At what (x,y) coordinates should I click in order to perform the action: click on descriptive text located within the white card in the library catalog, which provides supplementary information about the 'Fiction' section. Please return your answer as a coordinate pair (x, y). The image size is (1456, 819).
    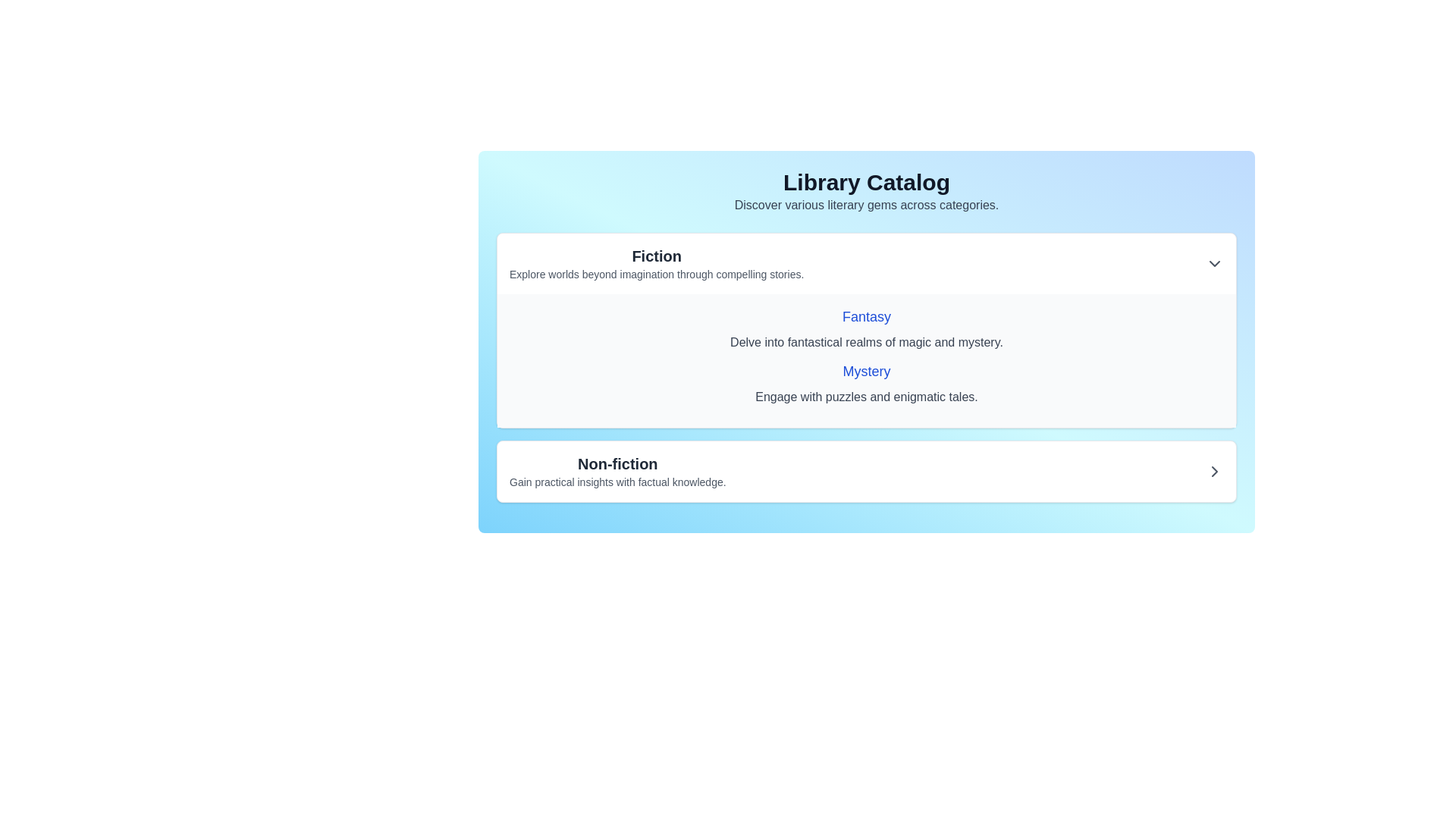
    Looking at the image, I should click on (657, 275).